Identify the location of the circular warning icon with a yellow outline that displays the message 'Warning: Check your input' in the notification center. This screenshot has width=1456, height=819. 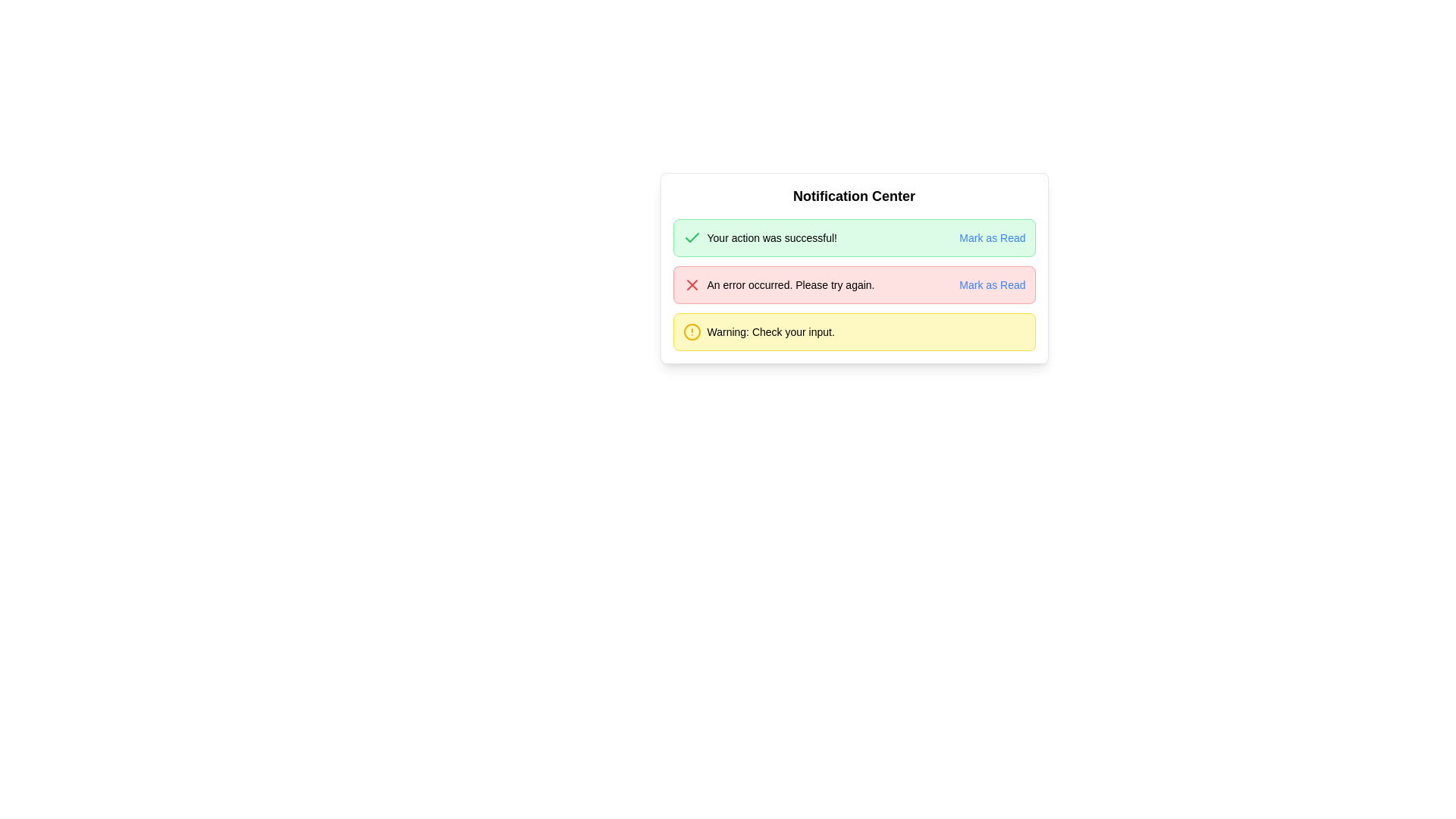
(691, 331).